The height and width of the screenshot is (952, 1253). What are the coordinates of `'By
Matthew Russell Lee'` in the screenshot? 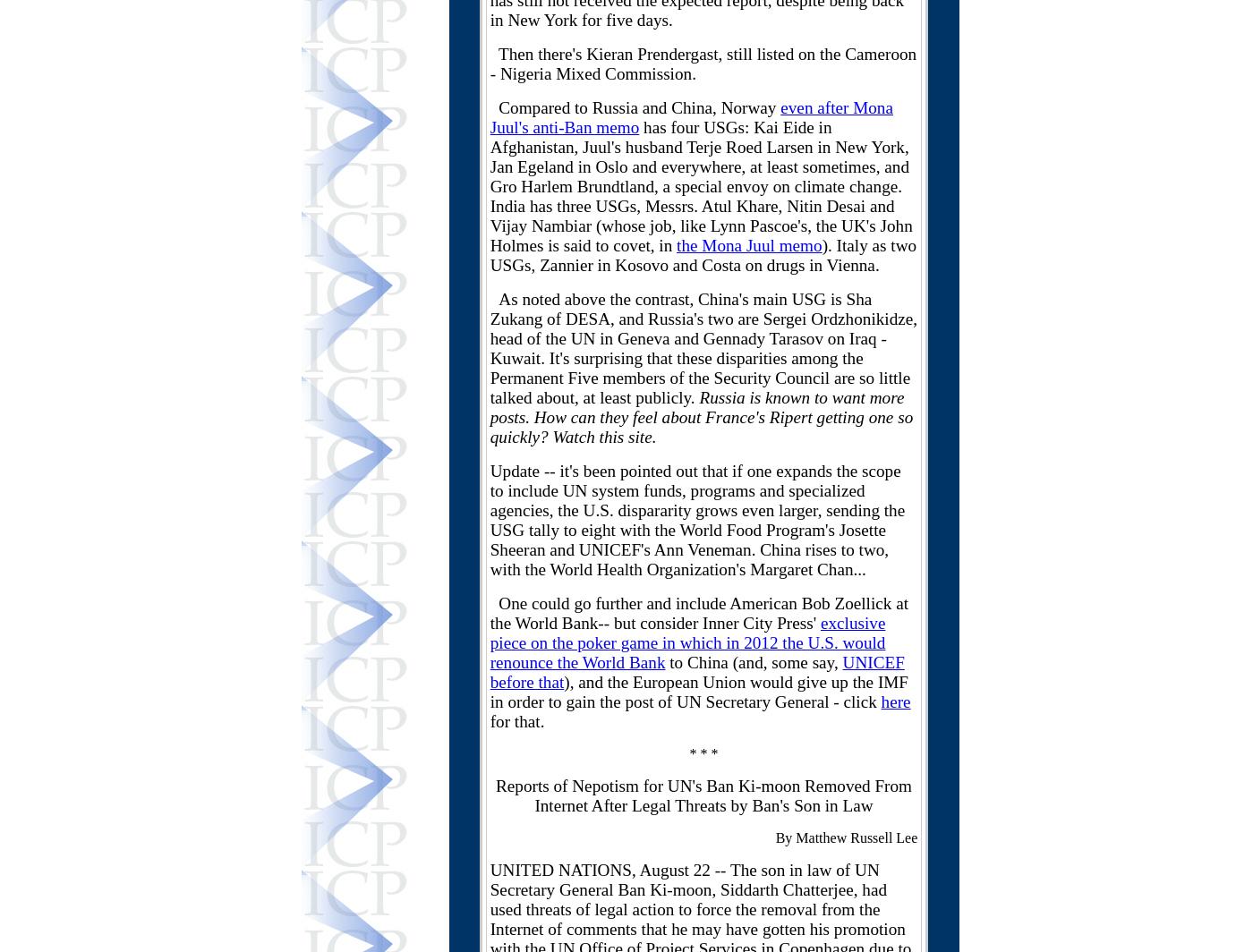 It's located at (846, 837).